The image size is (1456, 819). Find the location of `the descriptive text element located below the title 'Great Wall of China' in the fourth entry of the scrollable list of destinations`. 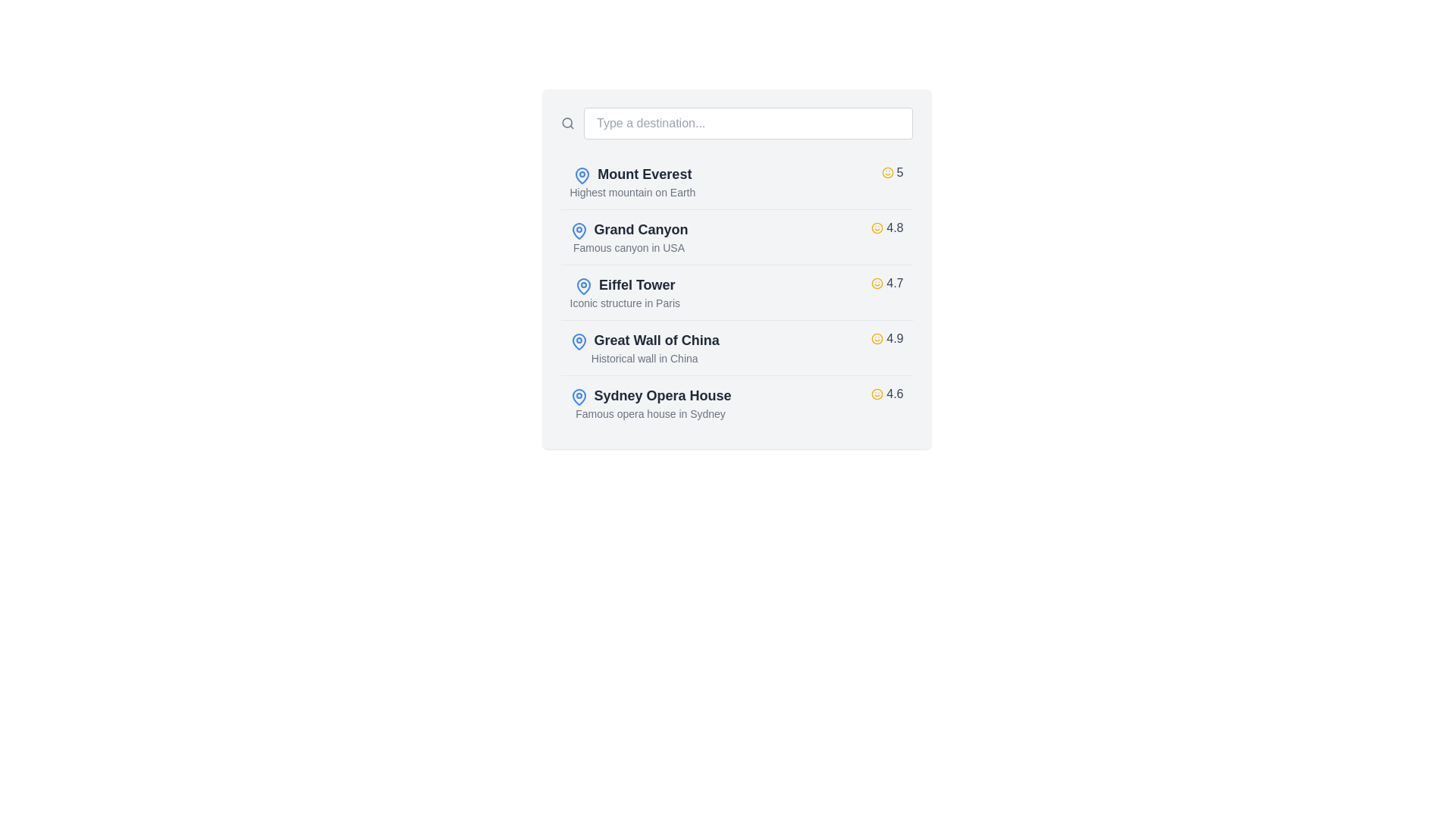

the descriptive text element located below the title 'Great Wall of China' in the fourth entry of the scrollable list of destinations is located at coordinates (645, 359).